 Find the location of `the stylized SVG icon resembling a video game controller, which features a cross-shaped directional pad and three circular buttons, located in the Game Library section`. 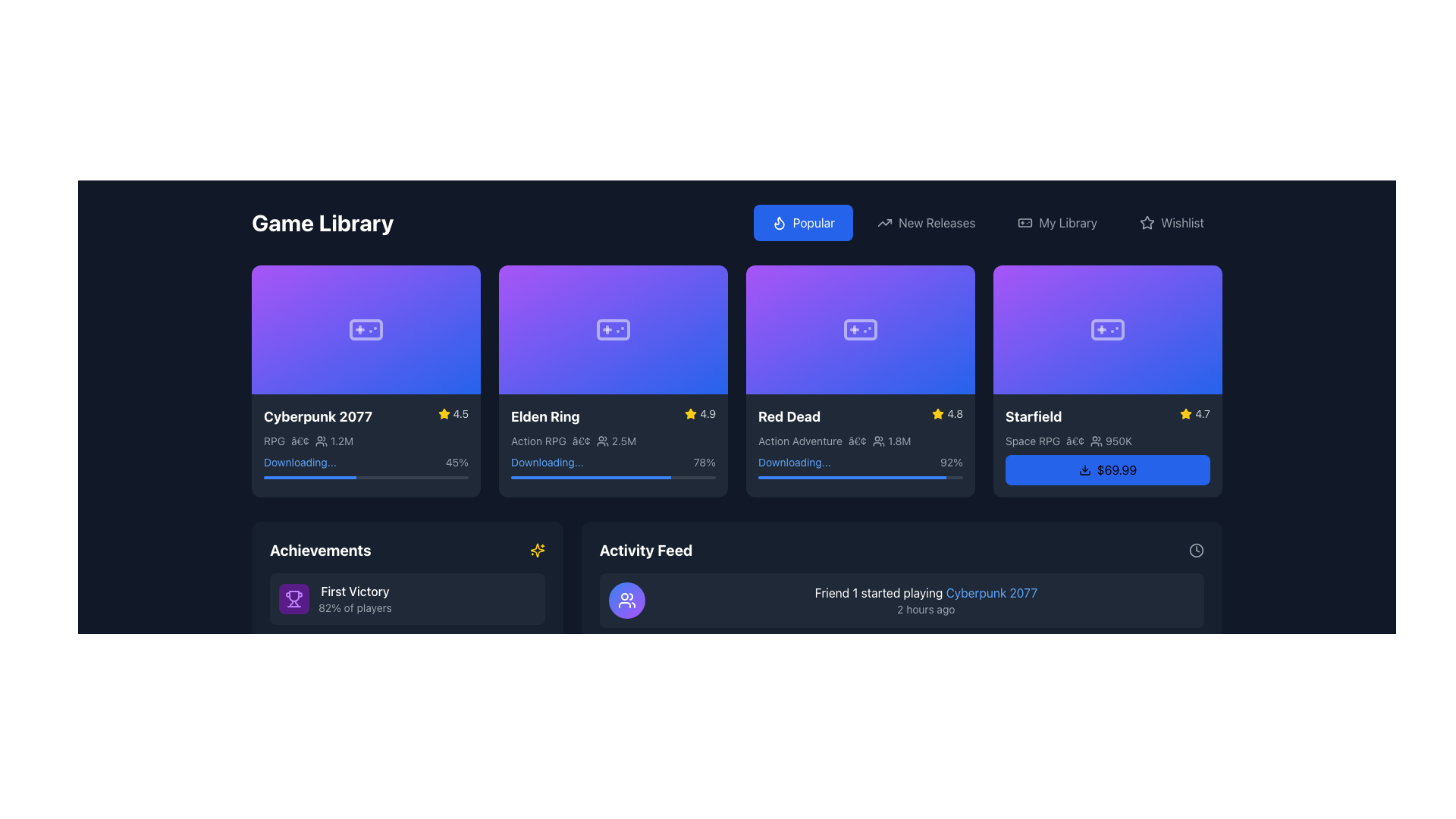

the stylized SVG icon resembling a video game controller, which features a cross-shaped directional pad and three circular buttons, located in the Game Library section is located at coordinates (1107, 328).